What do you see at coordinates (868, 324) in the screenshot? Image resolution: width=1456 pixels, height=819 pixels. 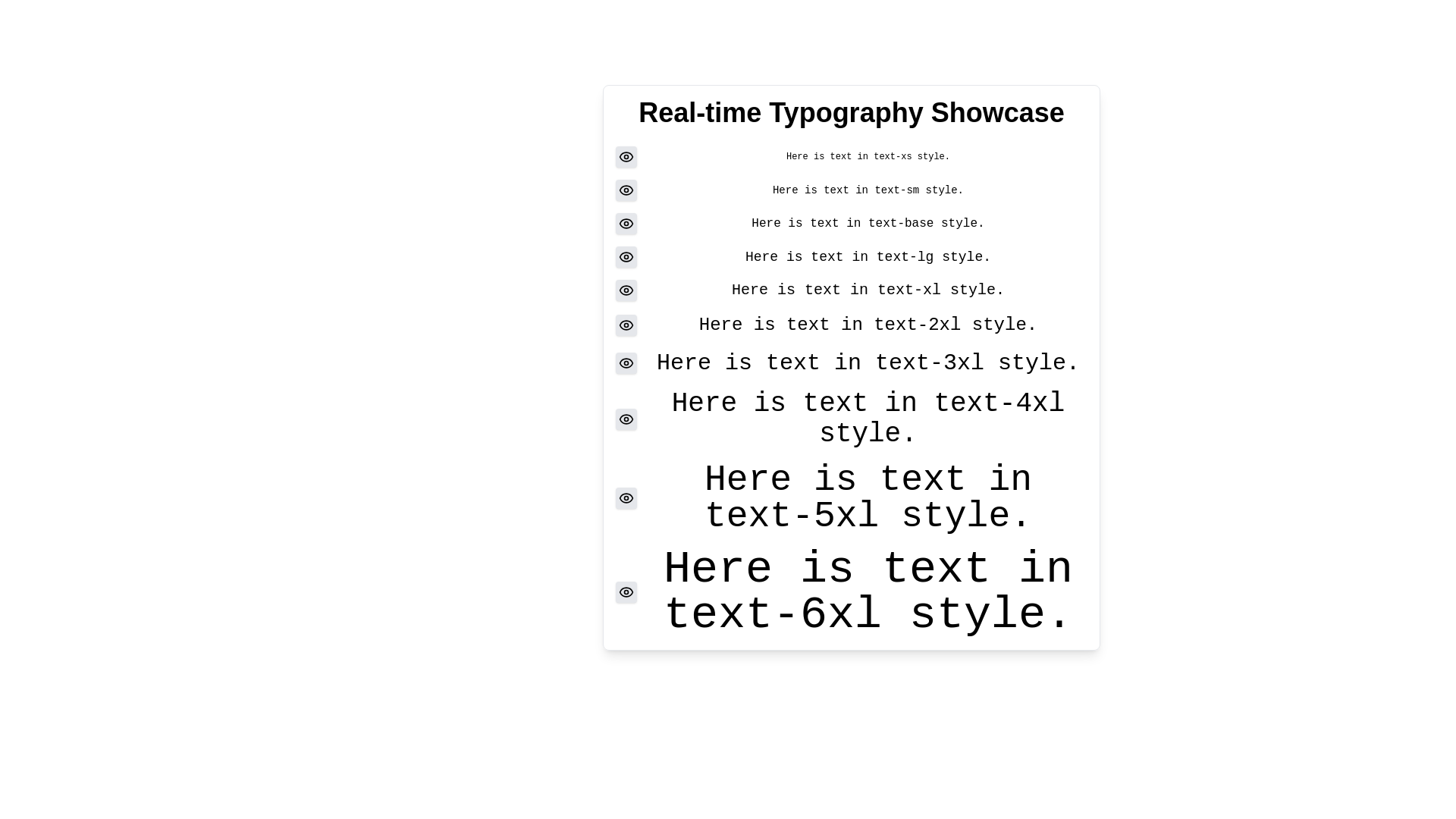 I see `the styled text element that showcases the 'text-2xl' font style, positioned centrally as the fifth sibling in a horizontal flexbox layout` at bounding box center [868, 324].